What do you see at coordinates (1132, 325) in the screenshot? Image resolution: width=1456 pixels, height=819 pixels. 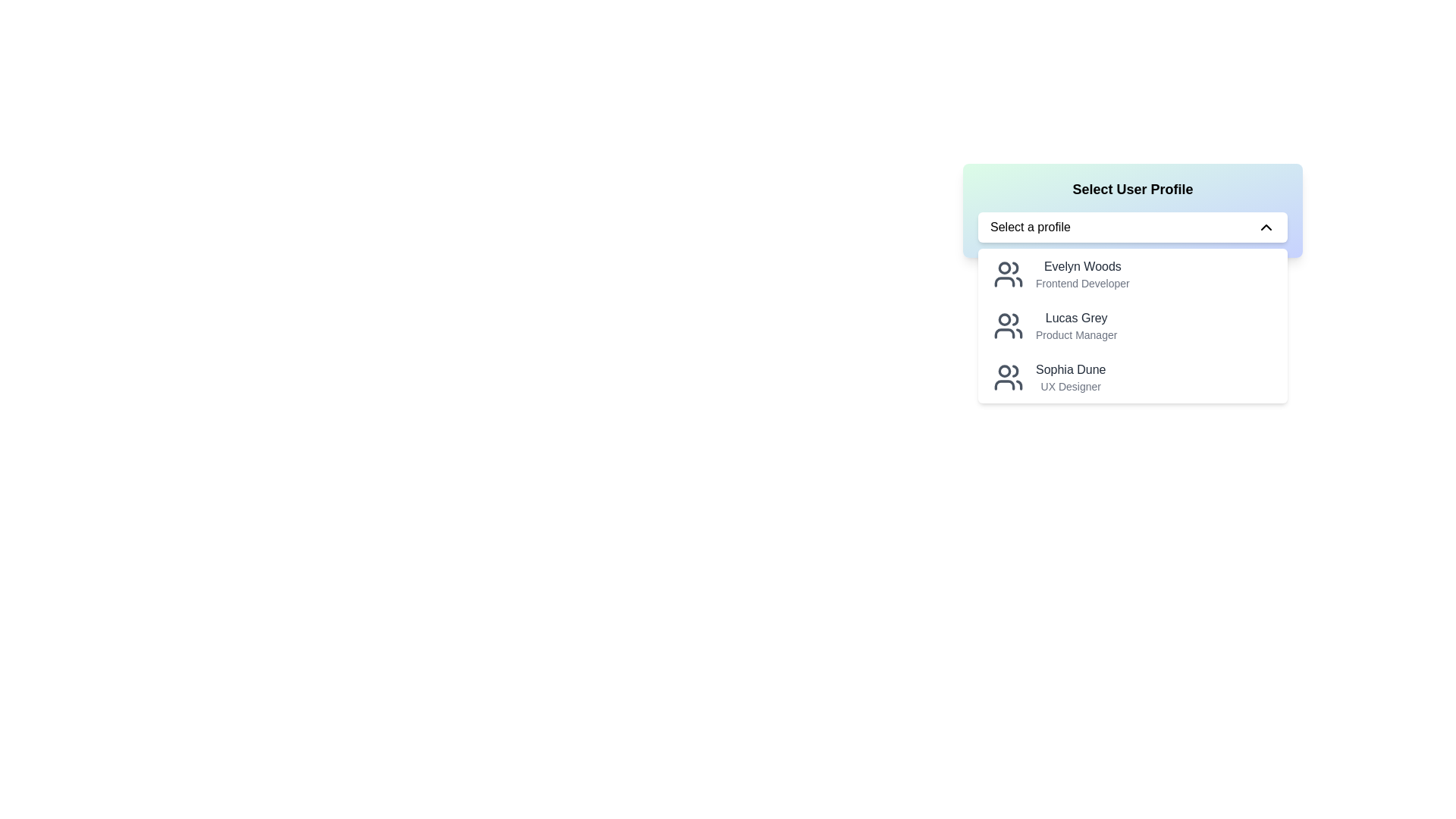 I see `the profile listing item for 'Lucas Grey' in the dropdown menu` at bounding box center [1132, 325].